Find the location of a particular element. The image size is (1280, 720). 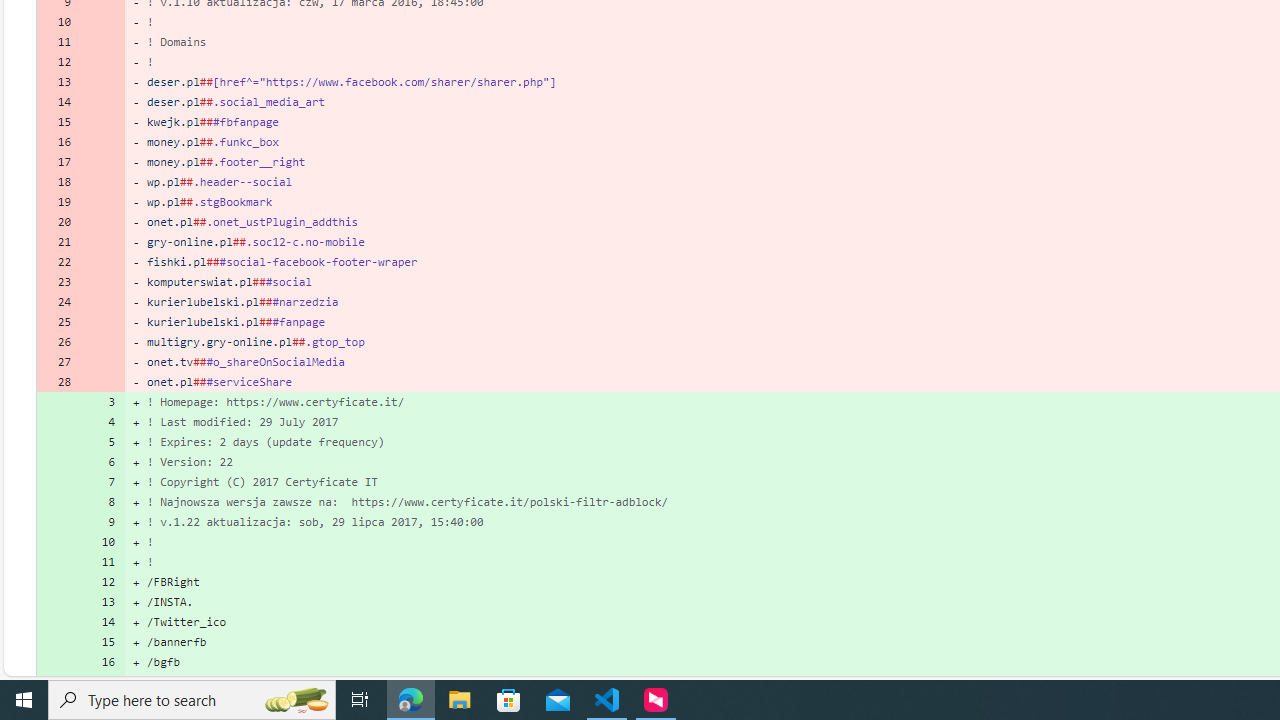

'24' is located at coordinates (58, 302).